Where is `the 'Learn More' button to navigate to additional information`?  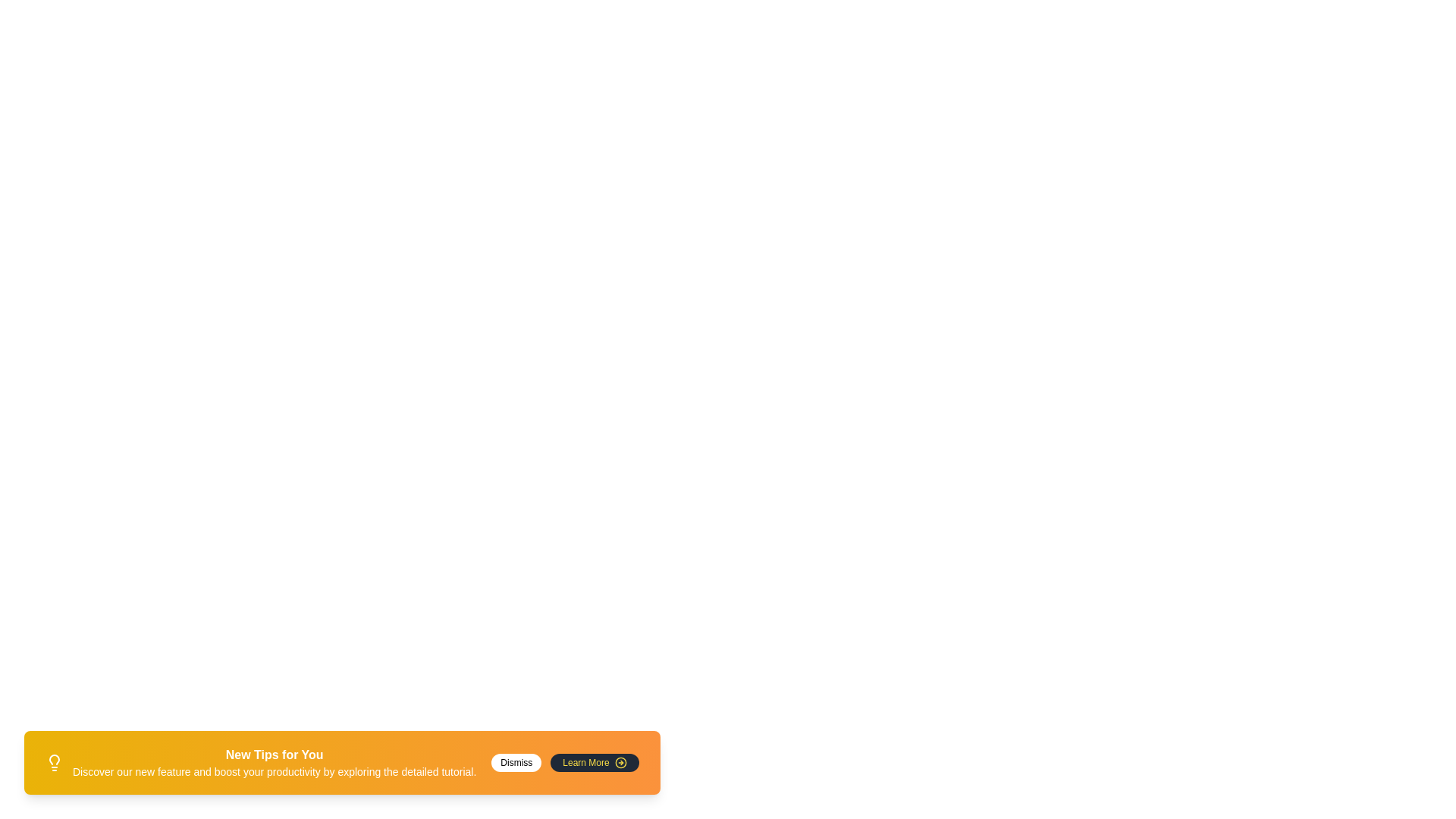 the 'Learn More' button to navigate to additional information is located at coordinates (594, 763).